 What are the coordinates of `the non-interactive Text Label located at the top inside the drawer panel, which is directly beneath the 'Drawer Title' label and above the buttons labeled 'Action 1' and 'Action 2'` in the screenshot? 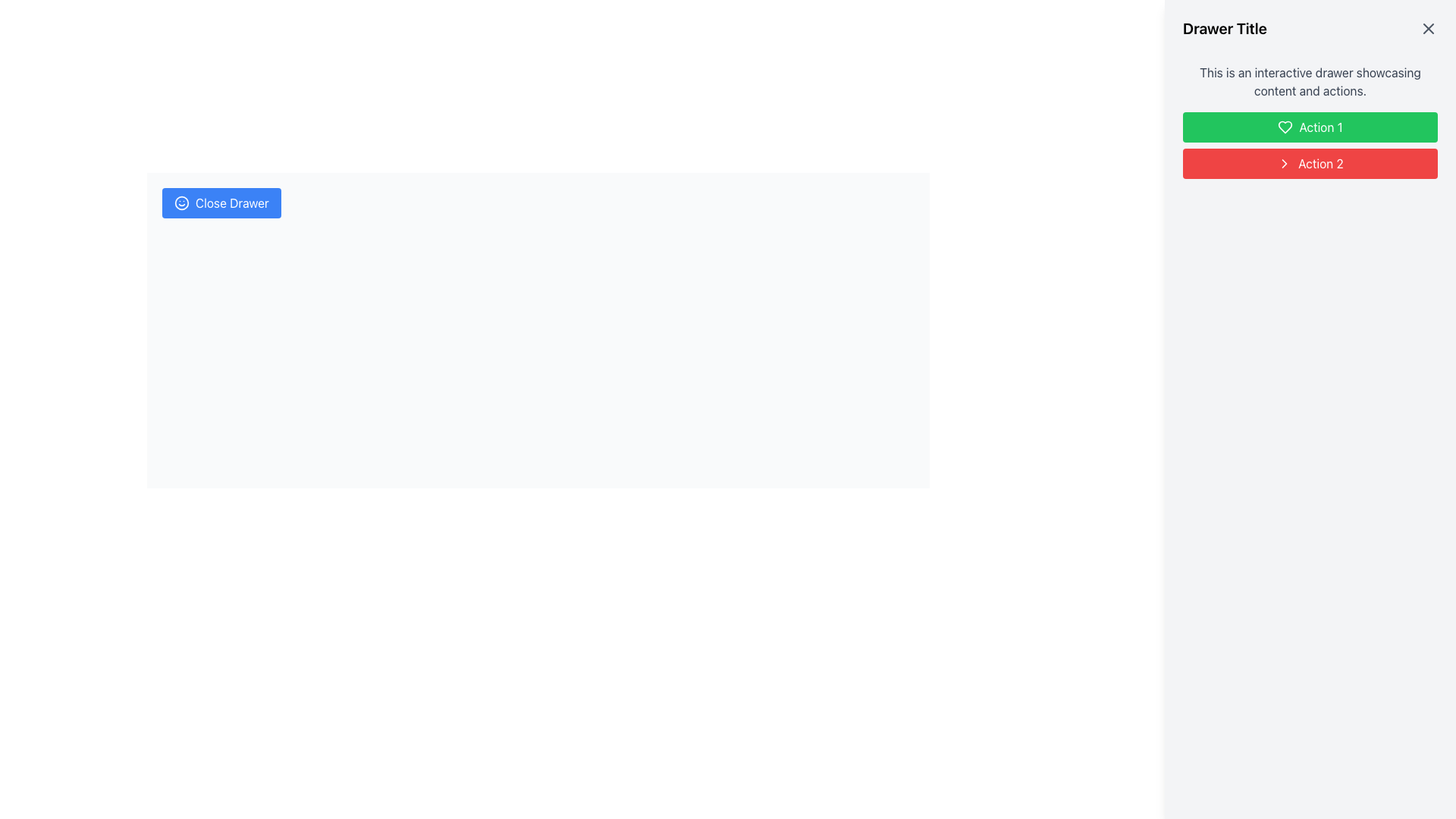 It's located at (1310, 82).